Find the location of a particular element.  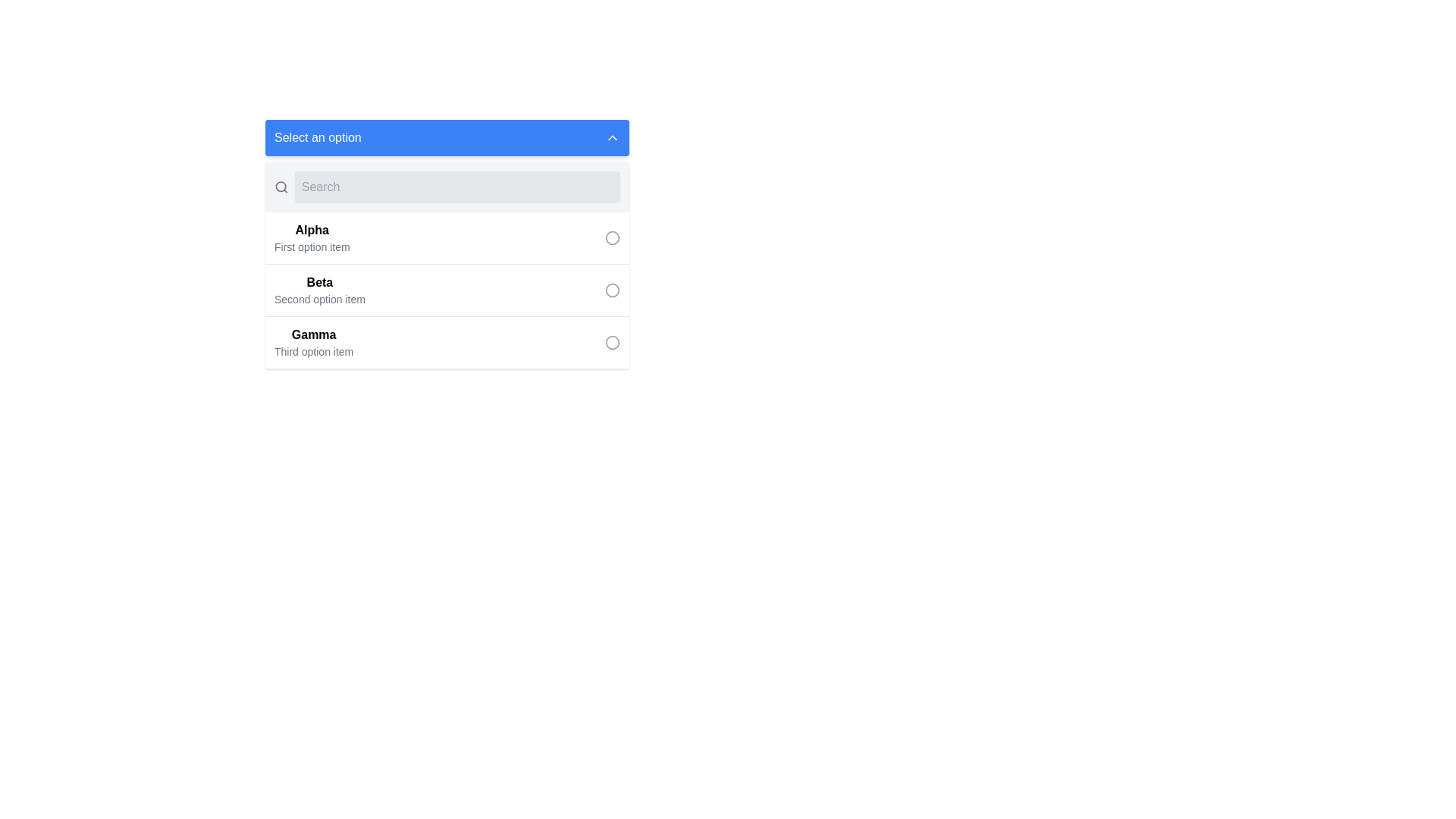

the text label displaying 'Select an option' that is centrally aligned within a blue rectangular background is located at coordinates (317, 137).